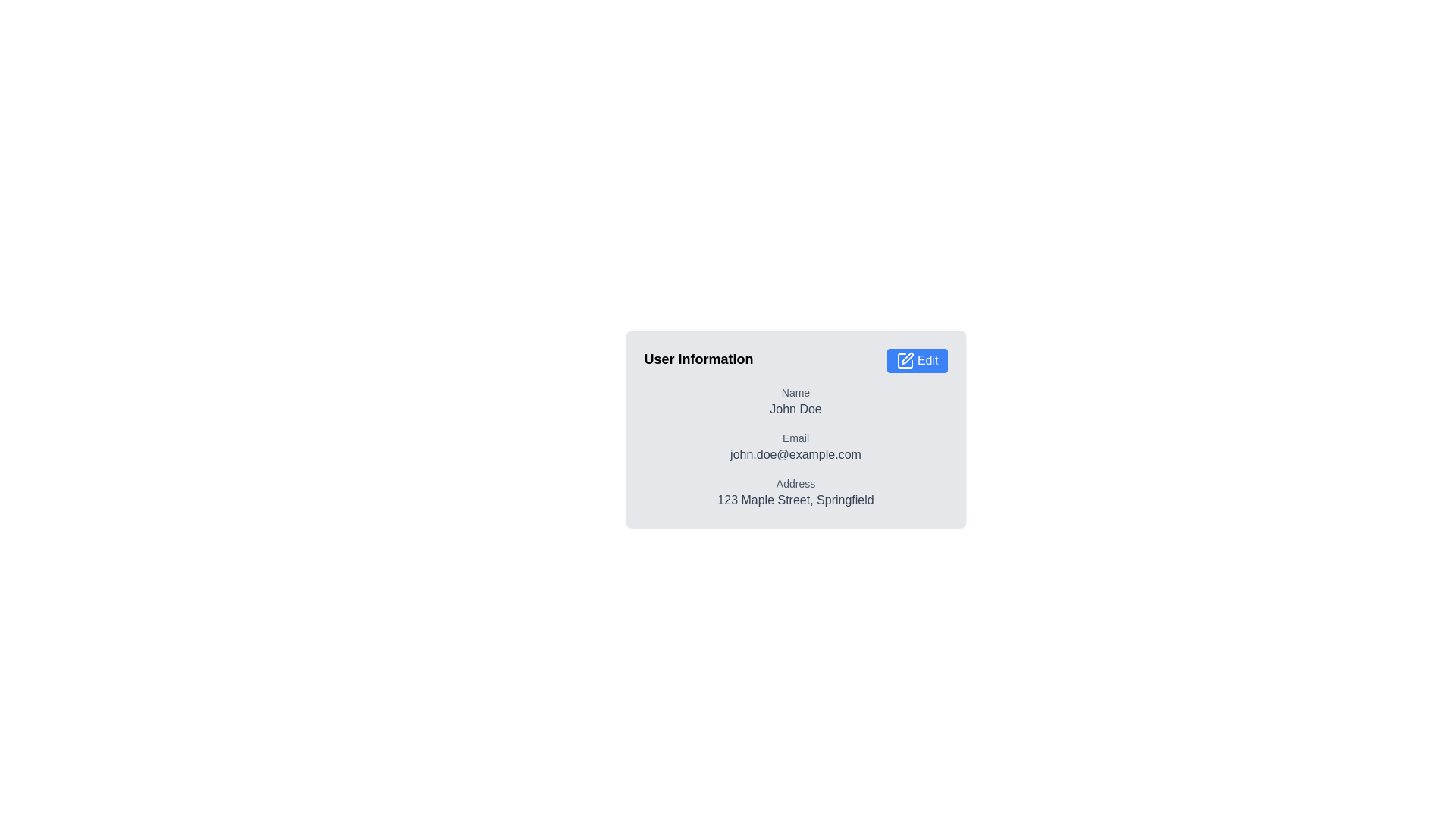 The width and height of the screenshot is (1456, 819). I want to click on the edit icon located in the top-right corner of the 'User Information' card, positioned beside the 'Edit' text, so click(905, 360).